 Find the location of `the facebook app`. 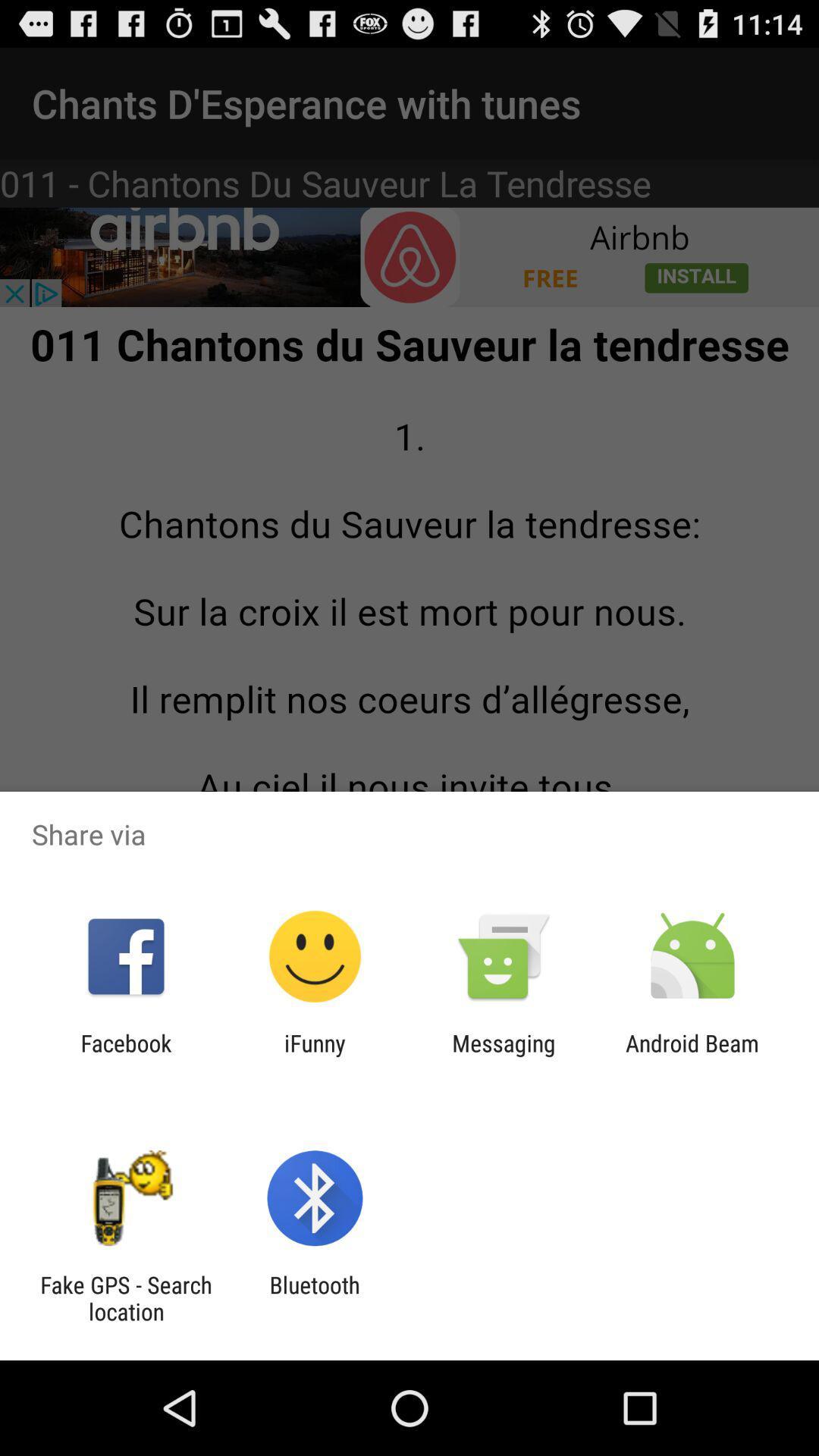

the facebook app is located at coordinates (125, 1056).